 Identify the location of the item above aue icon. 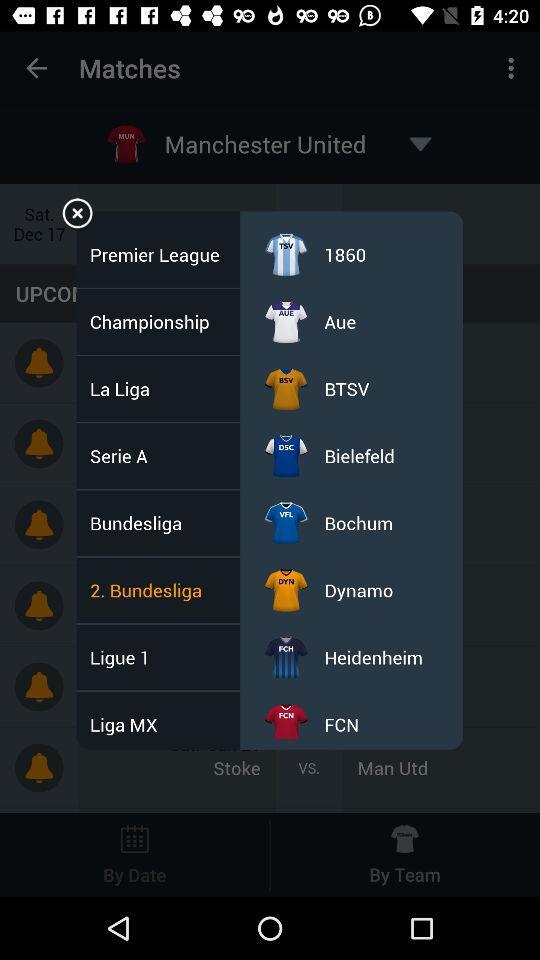
(344, 253).